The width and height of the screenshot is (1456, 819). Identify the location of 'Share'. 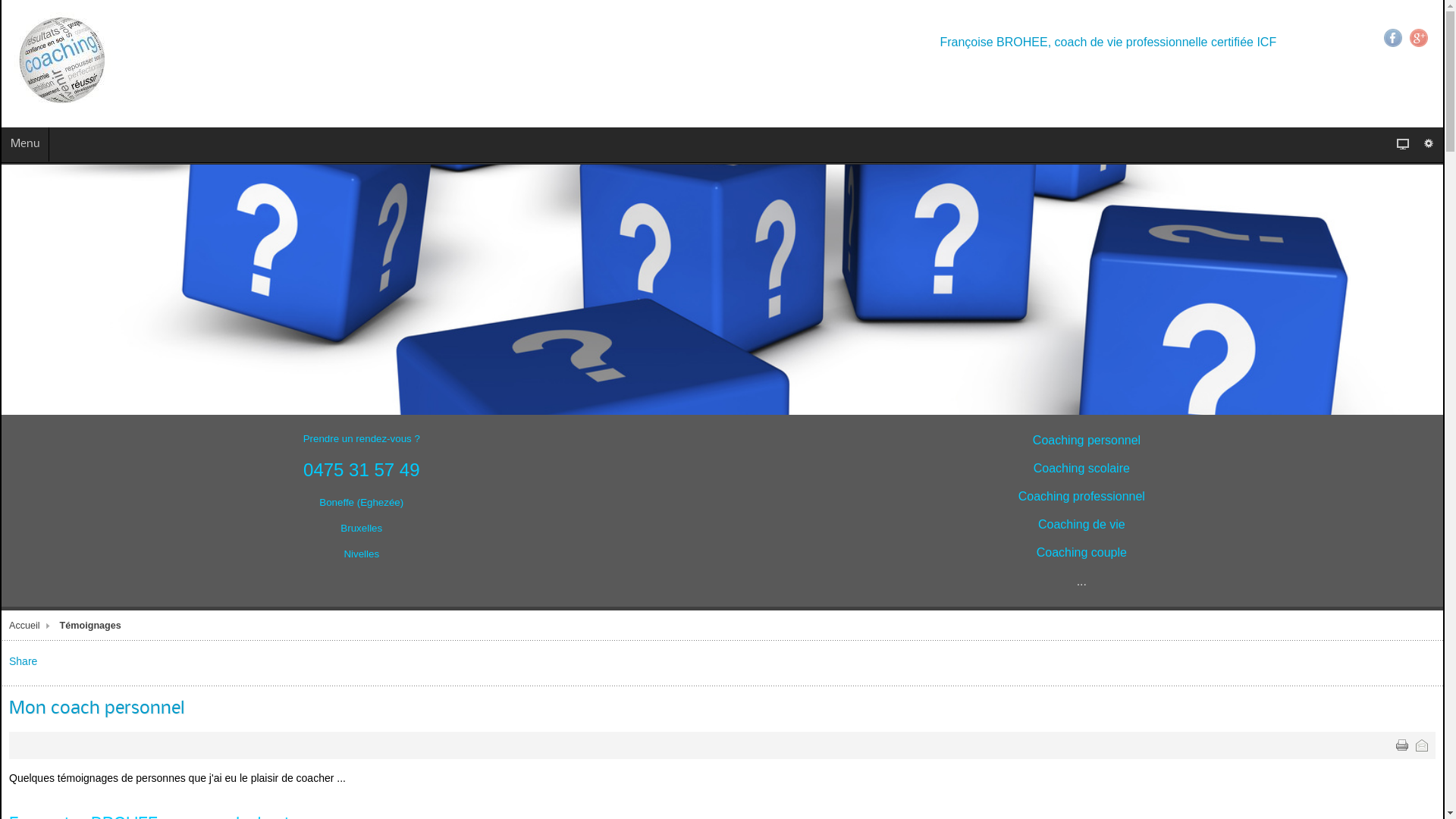
(23, 660).